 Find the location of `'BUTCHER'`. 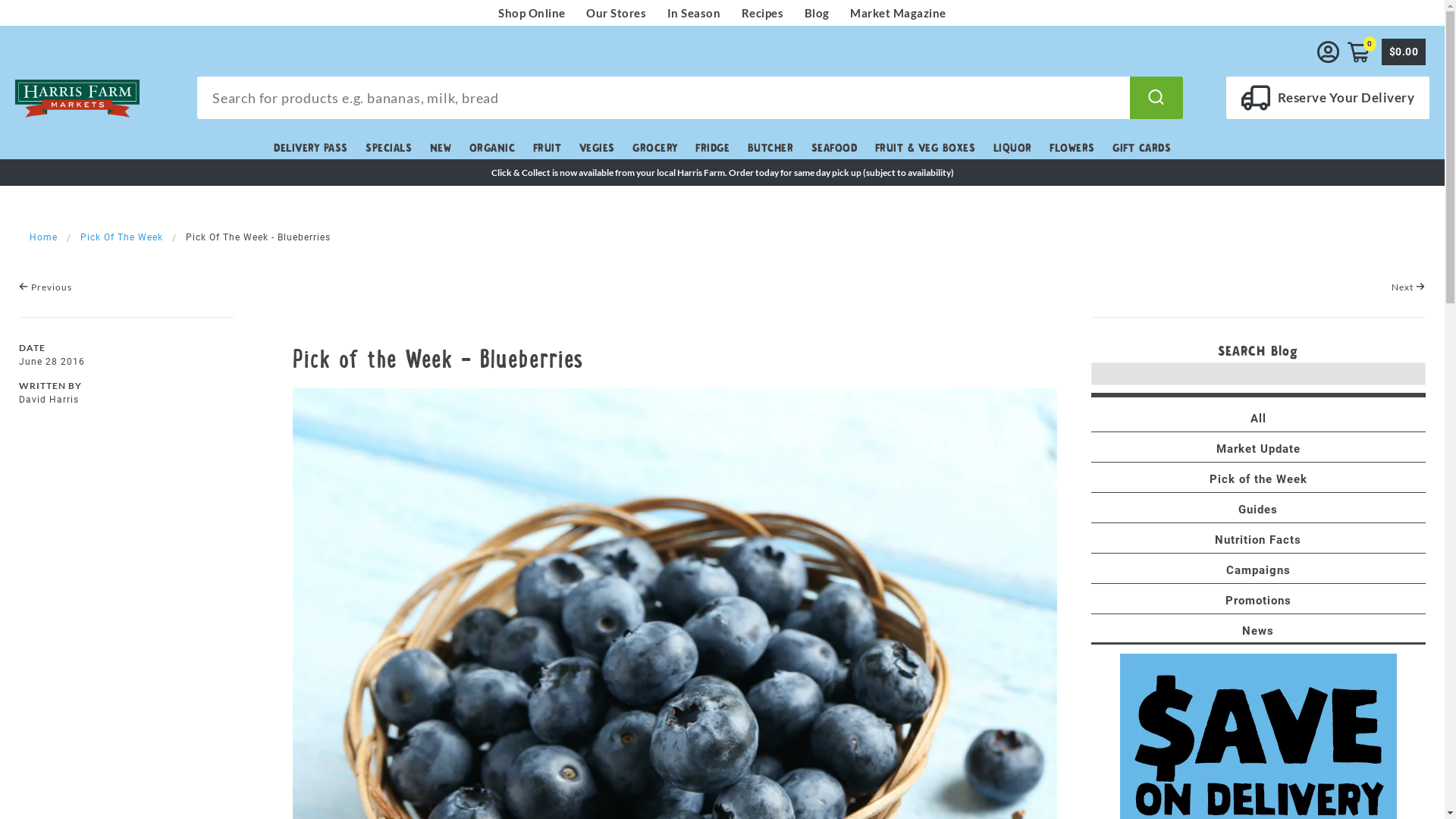

'BUTCHER' is located at coordinates (770, 148).